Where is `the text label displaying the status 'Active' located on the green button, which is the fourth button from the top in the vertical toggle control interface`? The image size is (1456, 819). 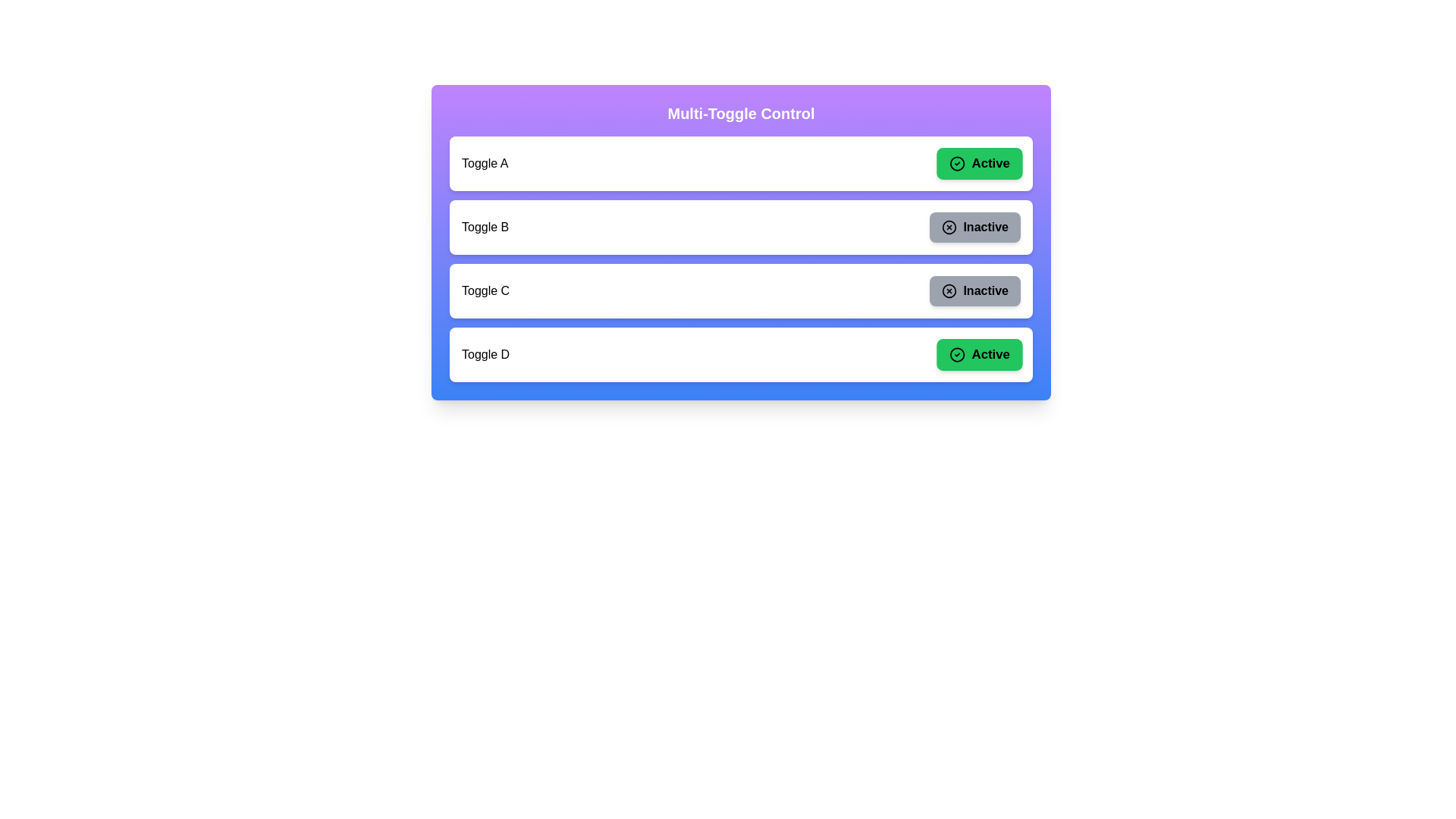 the text label displaying the status 'Active' located on the green button, which is the fourth button from the top in the vertical toggle control interface is located at coordinates (990, 354).